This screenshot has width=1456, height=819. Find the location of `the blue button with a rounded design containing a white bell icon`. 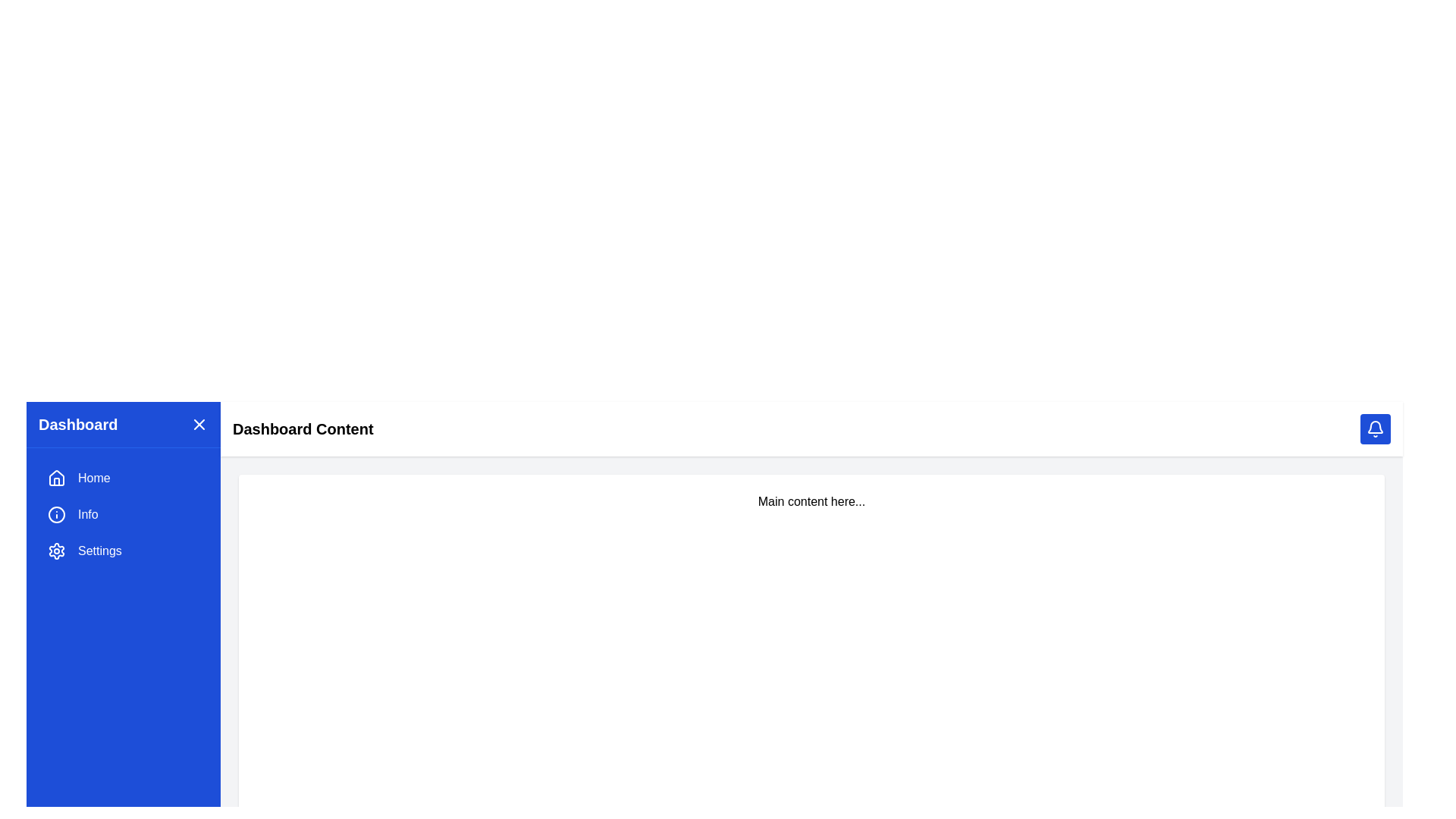

the blue button with a rounded design containing a white bell icon is located at coordinates (1376, 429).